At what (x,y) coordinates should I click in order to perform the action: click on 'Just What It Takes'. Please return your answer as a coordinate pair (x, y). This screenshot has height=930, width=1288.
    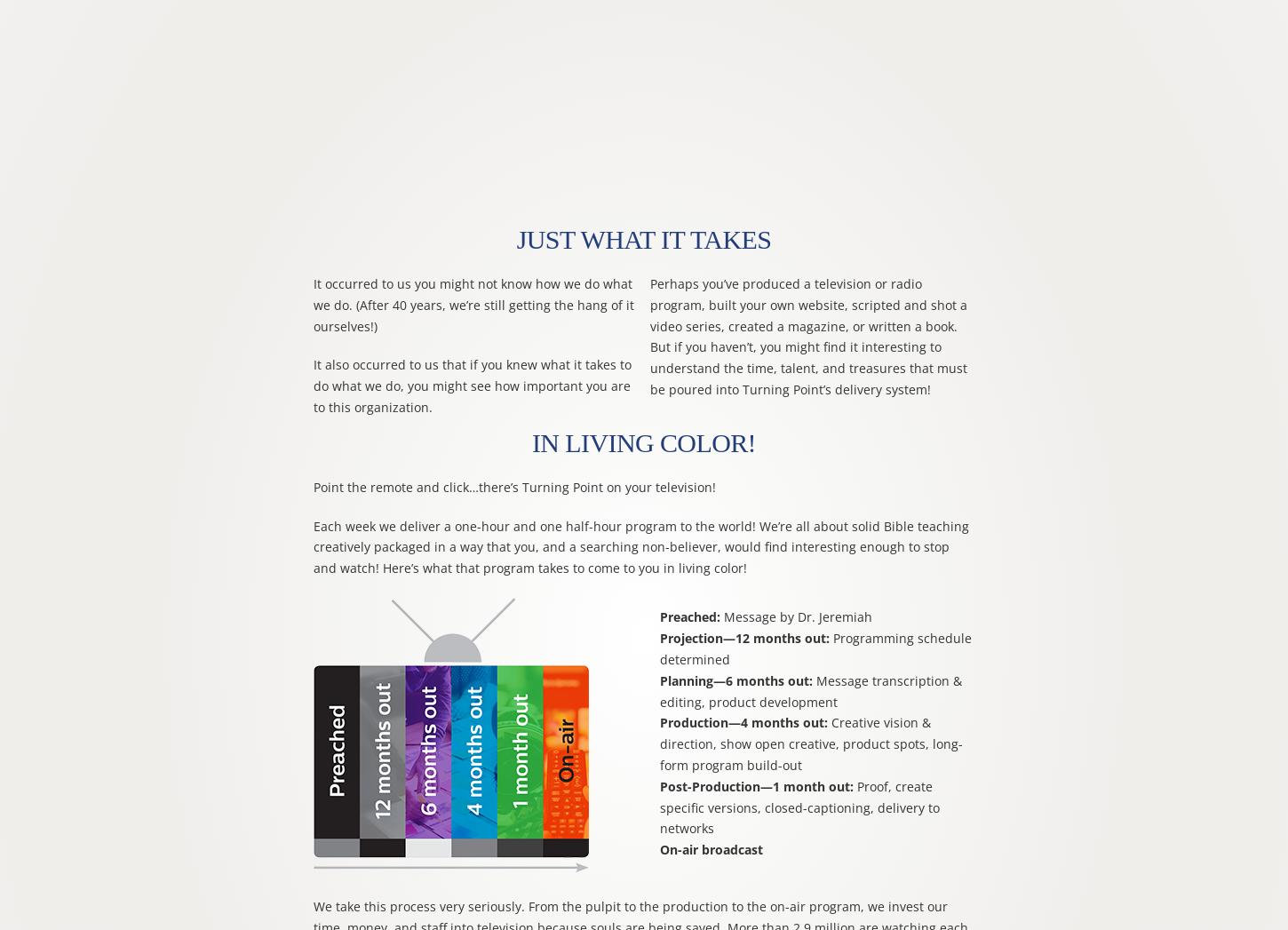
    Looking at the image, I should click on (642, 238).